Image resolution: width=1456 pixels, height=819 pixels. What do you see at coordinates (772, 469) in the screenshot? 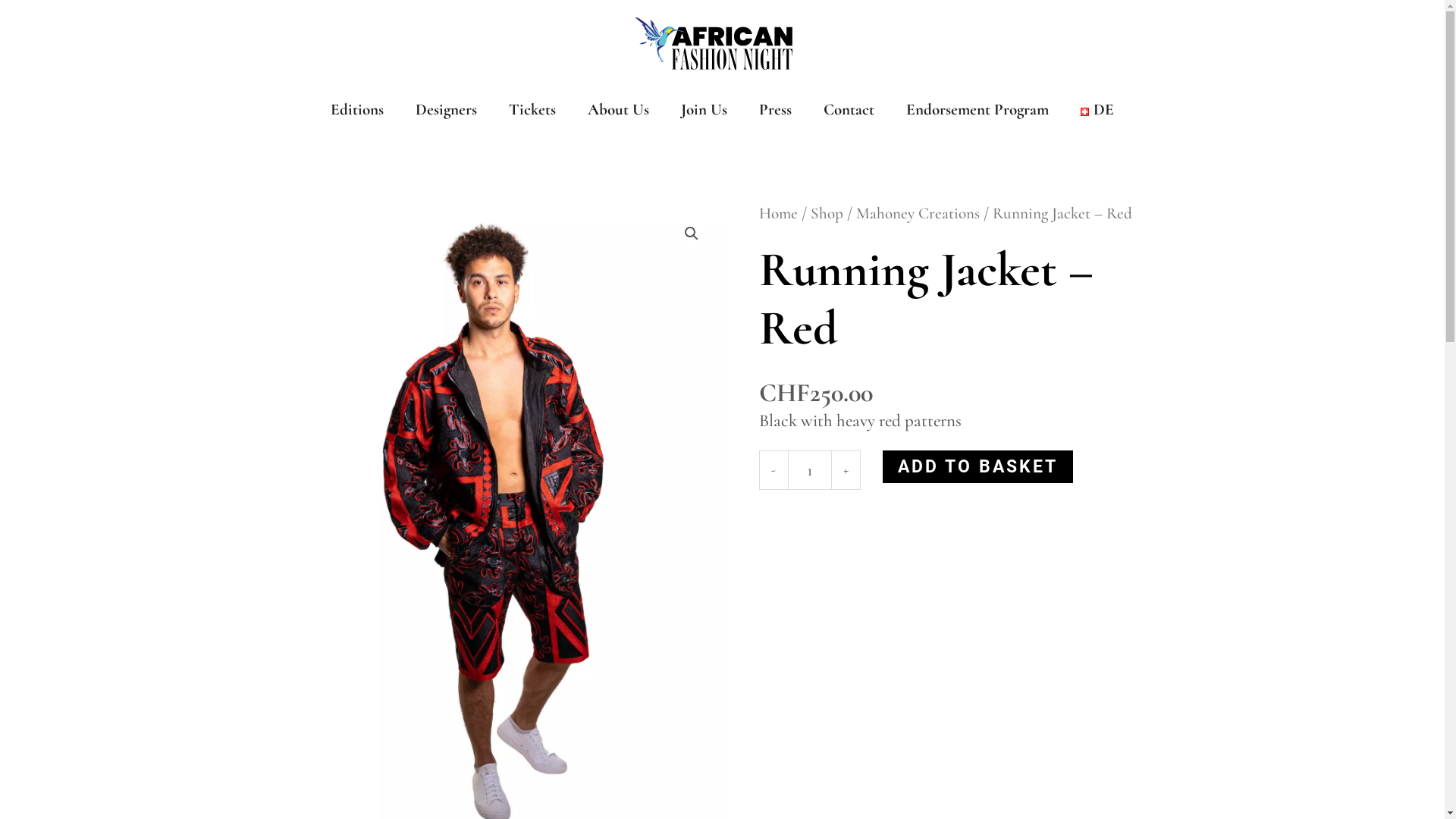
I see `'-'` at bounding box center [772, 469].